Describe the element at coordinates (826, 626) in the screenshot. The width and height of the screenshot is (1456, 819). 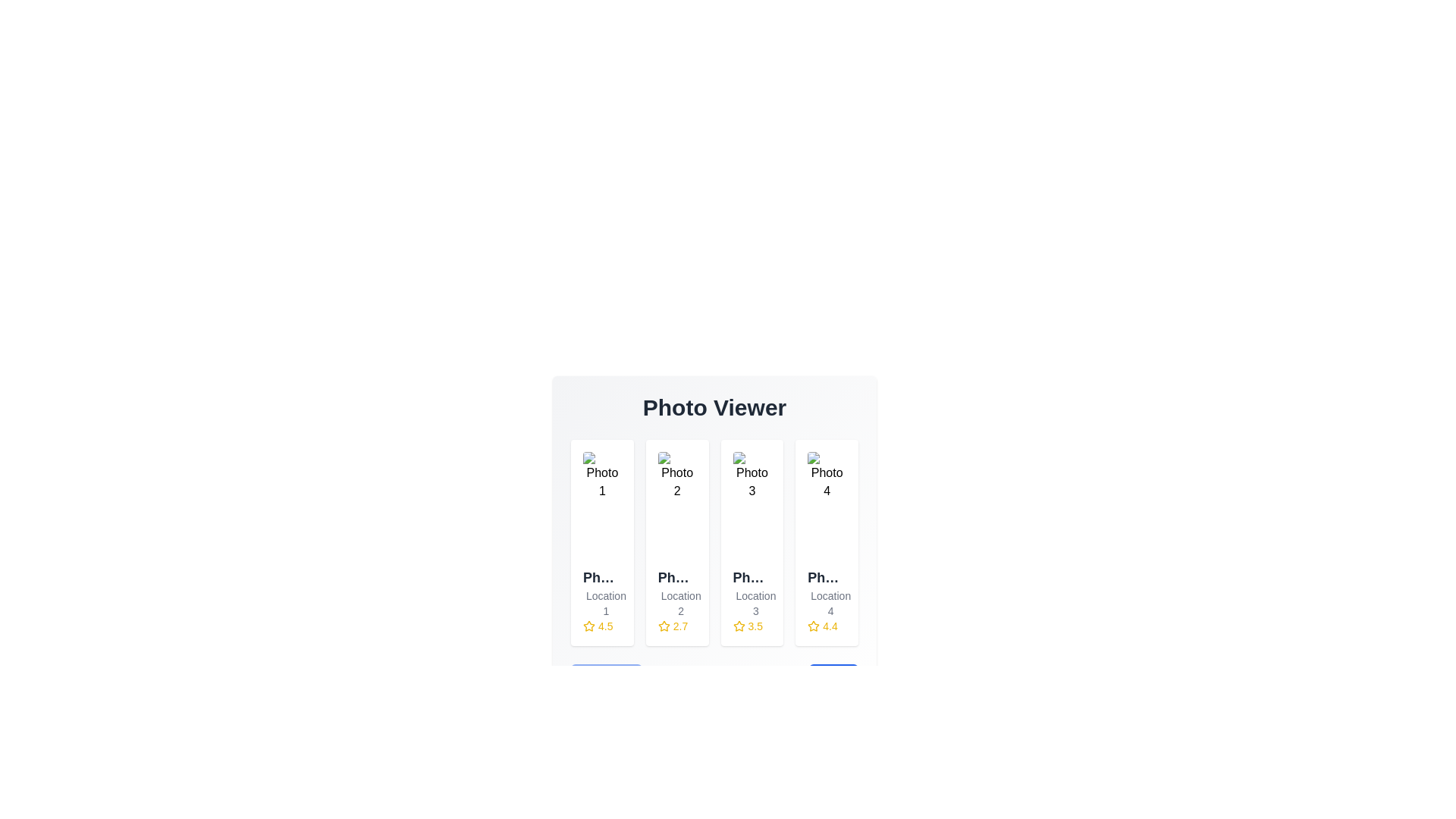
I see `the rating value displayed in the rating display element, which features a yellow star icon and the numeric text '4.4' below the 'Location 4' label` at that location.